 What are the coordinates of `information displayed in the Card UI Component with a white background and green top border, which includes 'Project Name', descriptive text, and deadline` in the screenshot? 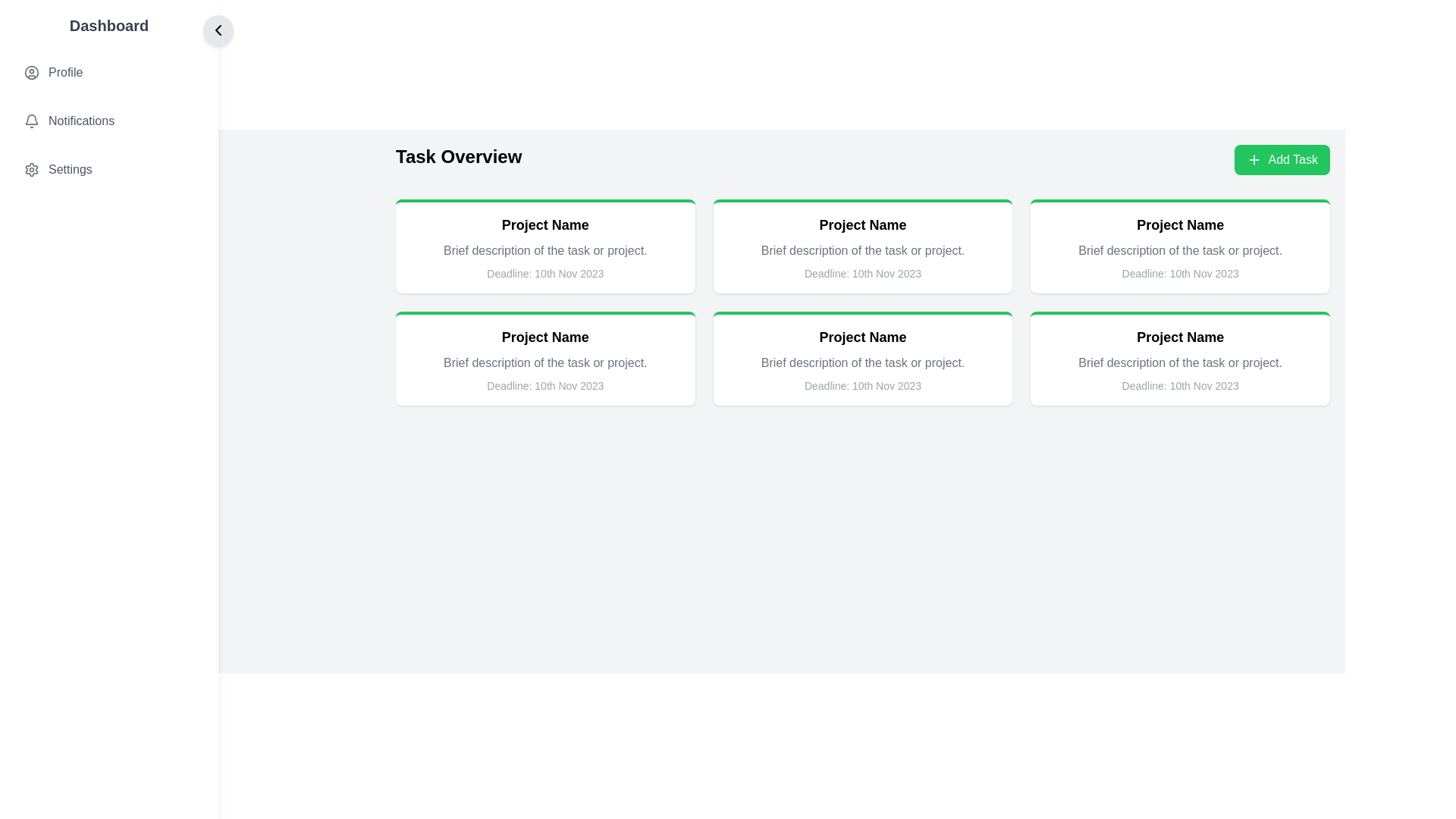 It's located at (1179, 245).